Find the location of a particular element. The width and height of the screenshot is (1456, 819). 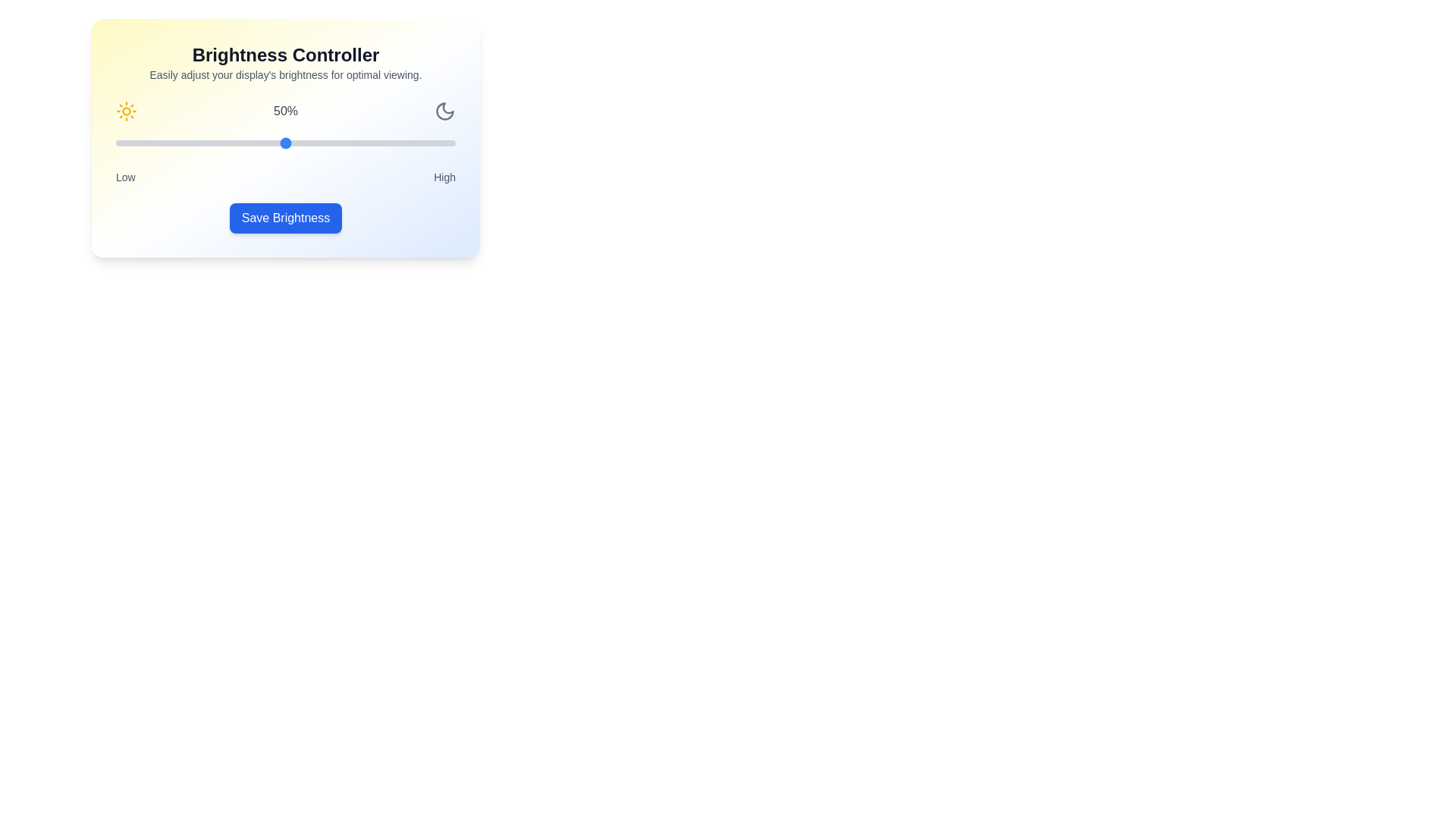

the brightness slider to 69% is located at coordinates (350, 143).